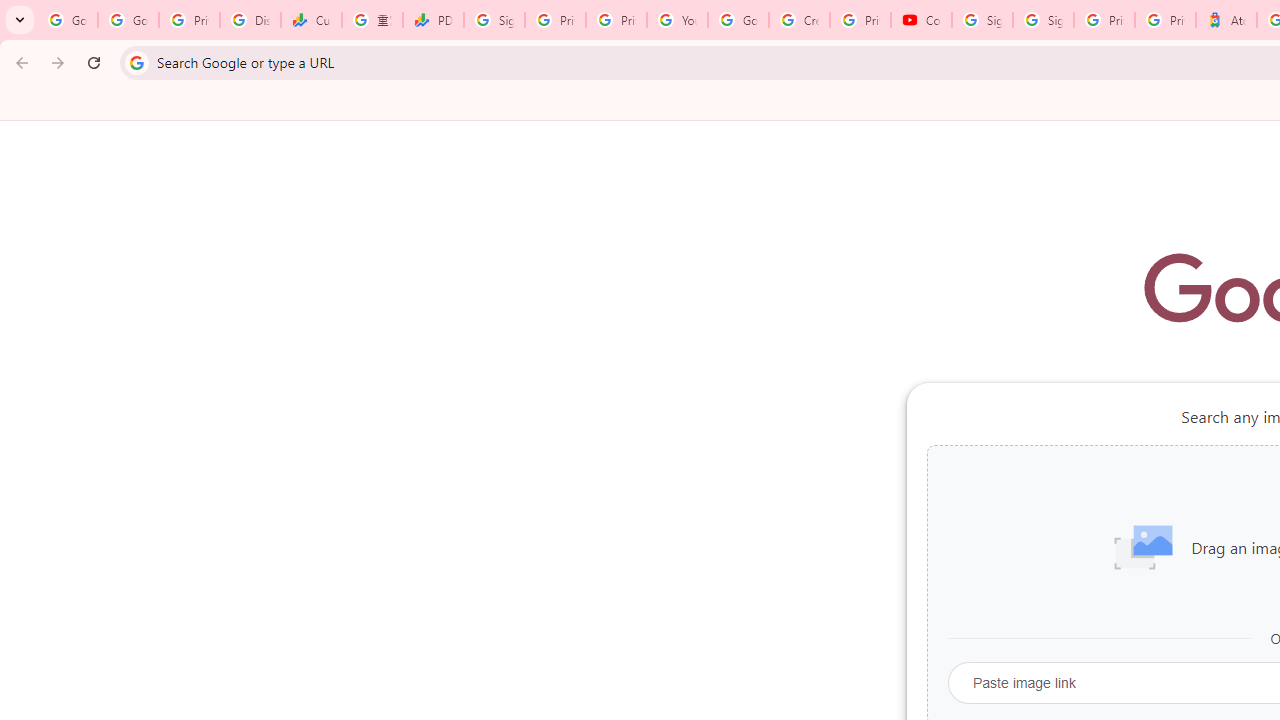 The height and width of the screenshot is (720, 1280). Describe the element at coordinates (310, 20) in the screenshot. I see `'Currencies - Google Finance'` at that location.